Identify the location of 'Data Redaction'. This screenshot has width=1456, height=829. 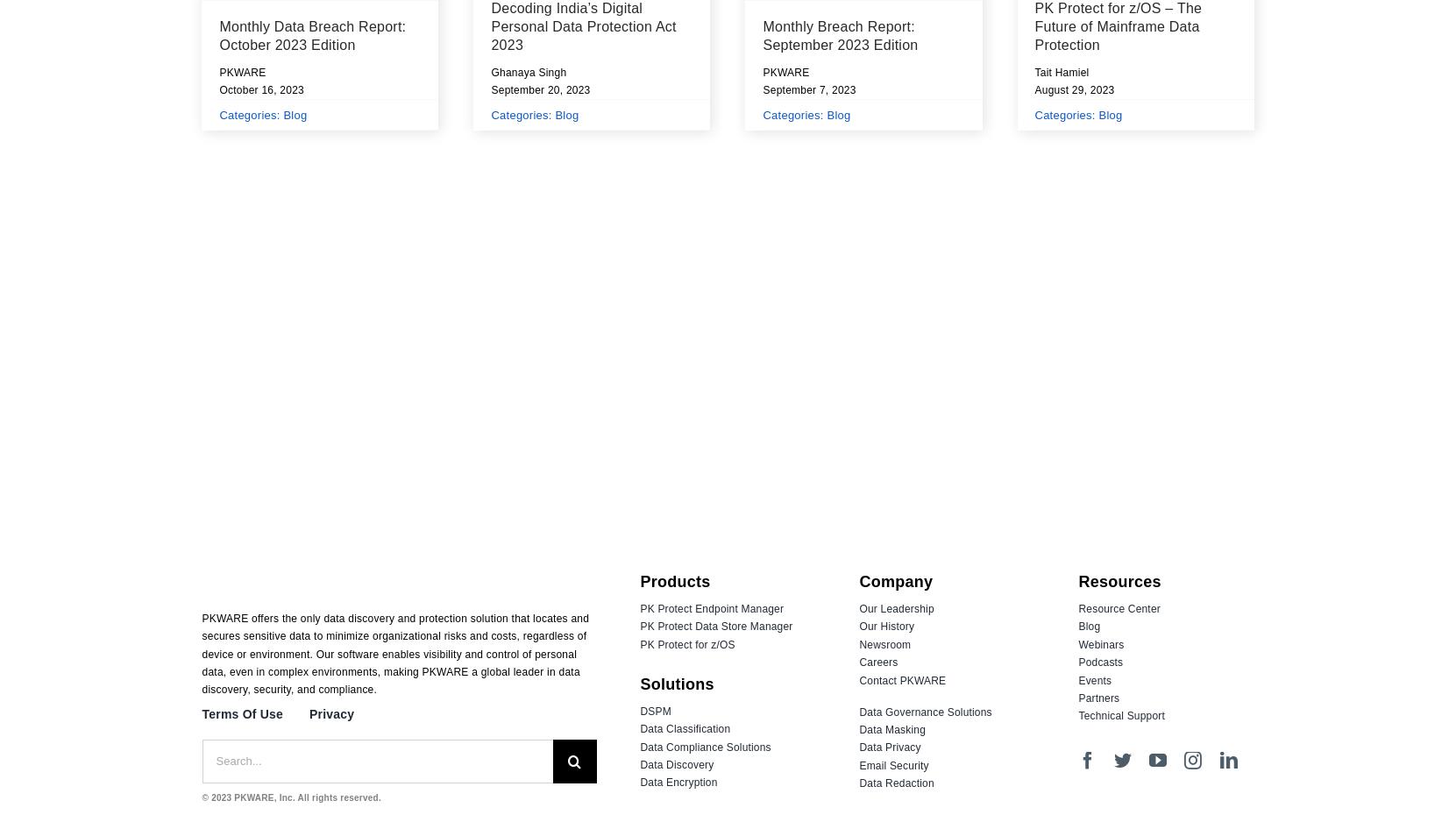
(857, 782).